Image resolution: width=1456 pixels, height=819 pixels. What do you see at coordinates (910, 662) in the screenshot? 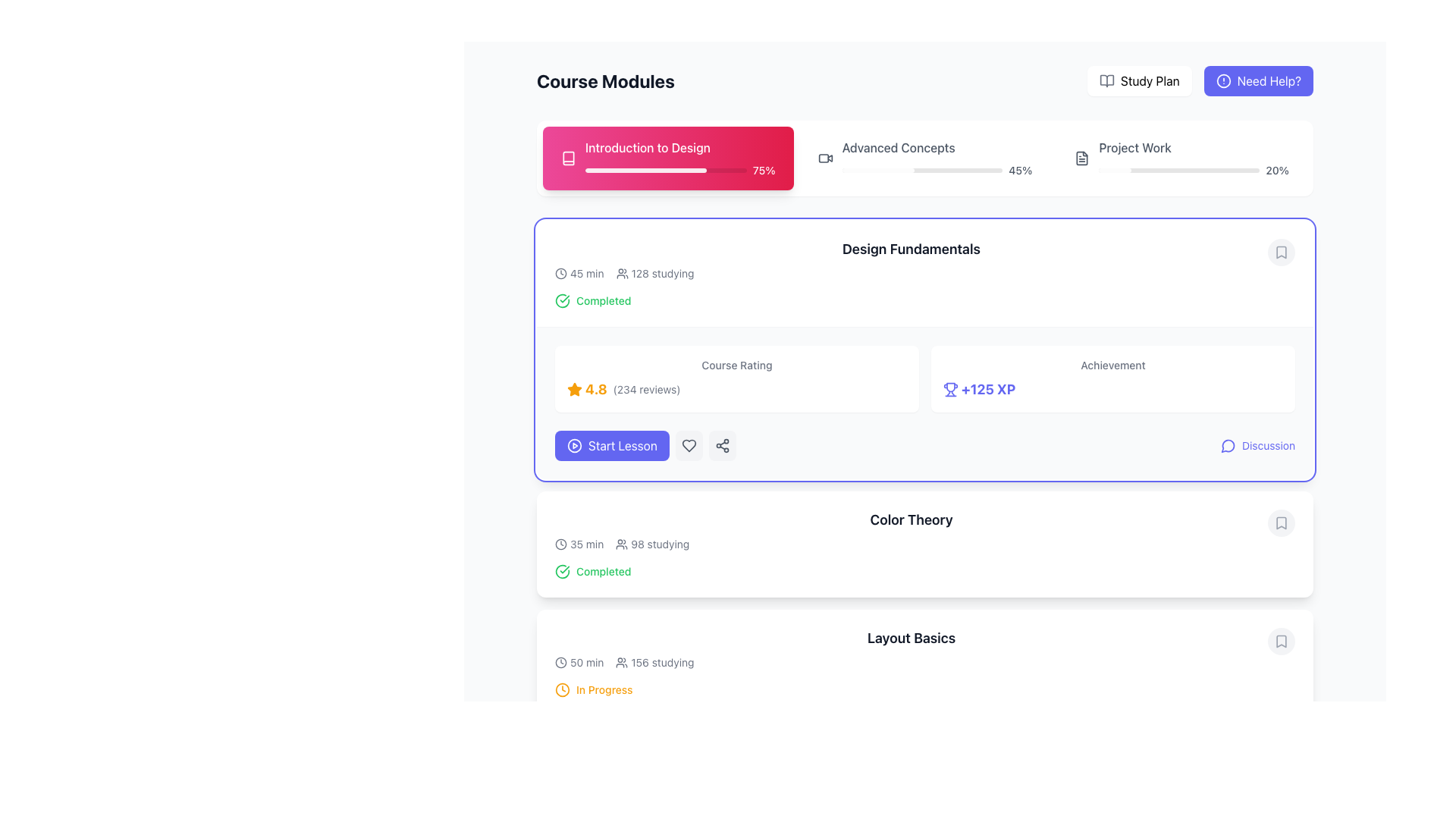
I see `the informational grouping that displays the estimated duration of the session and the number of people currently studying, located below the 'Layout Basics' title` at bounding box center [910, 662].